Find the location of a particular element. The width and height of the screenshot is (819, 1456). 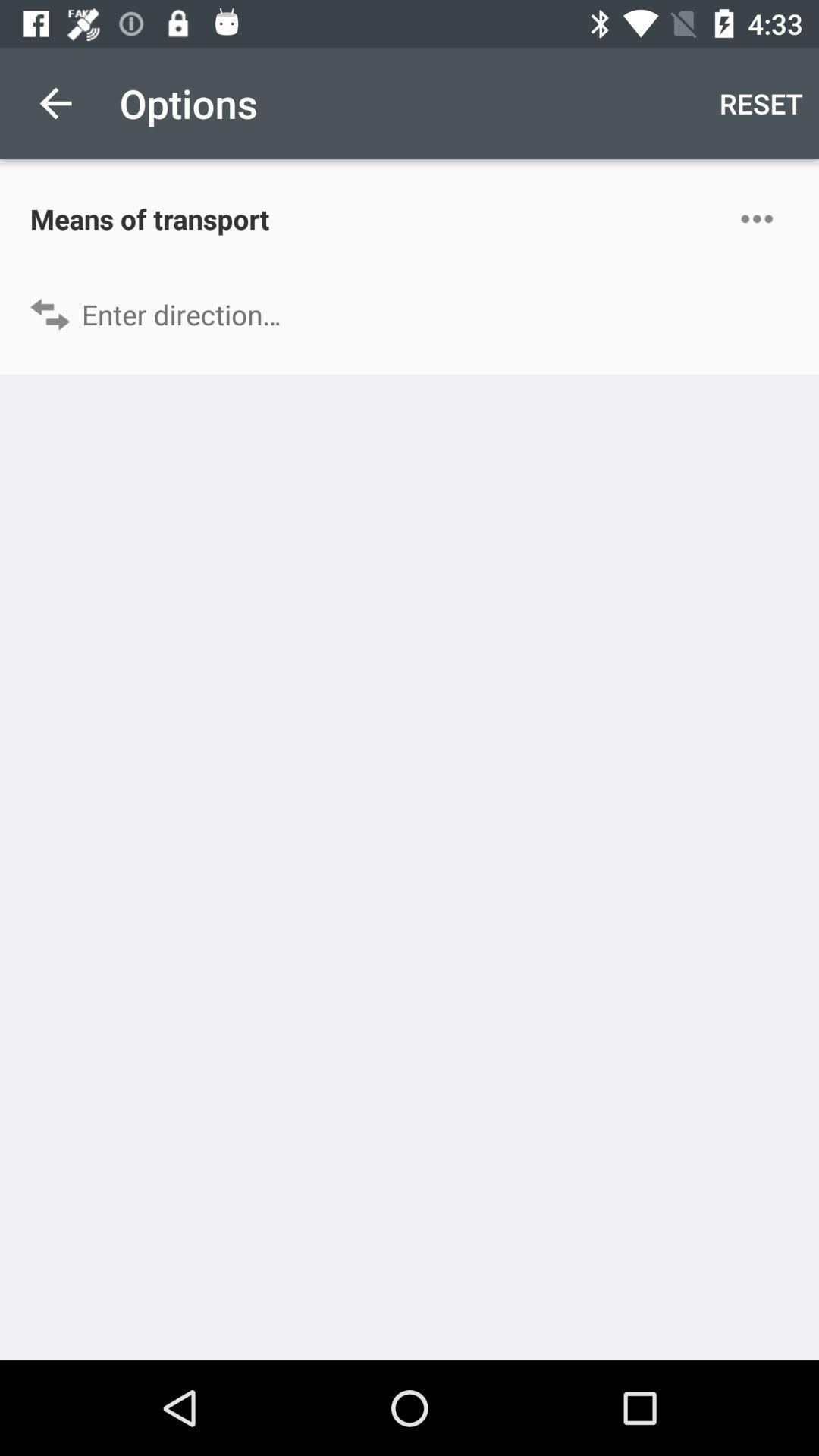

the reset item is located at coordinates (761, 102).